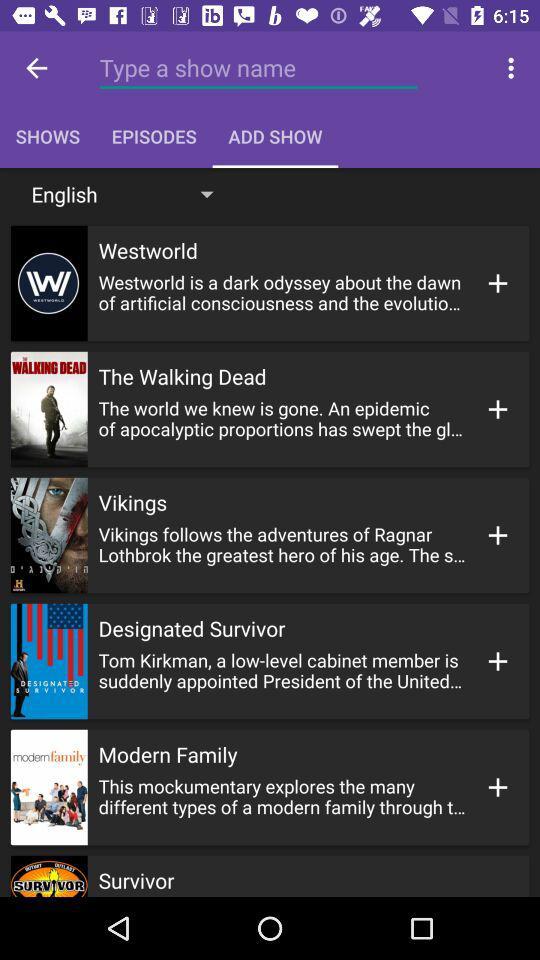 The height and width of the screenshot is (960, 540). What do you see at coordinates (36, 68) in the screenshot?
I see `icon above shows` at bounding box center [36, 68].